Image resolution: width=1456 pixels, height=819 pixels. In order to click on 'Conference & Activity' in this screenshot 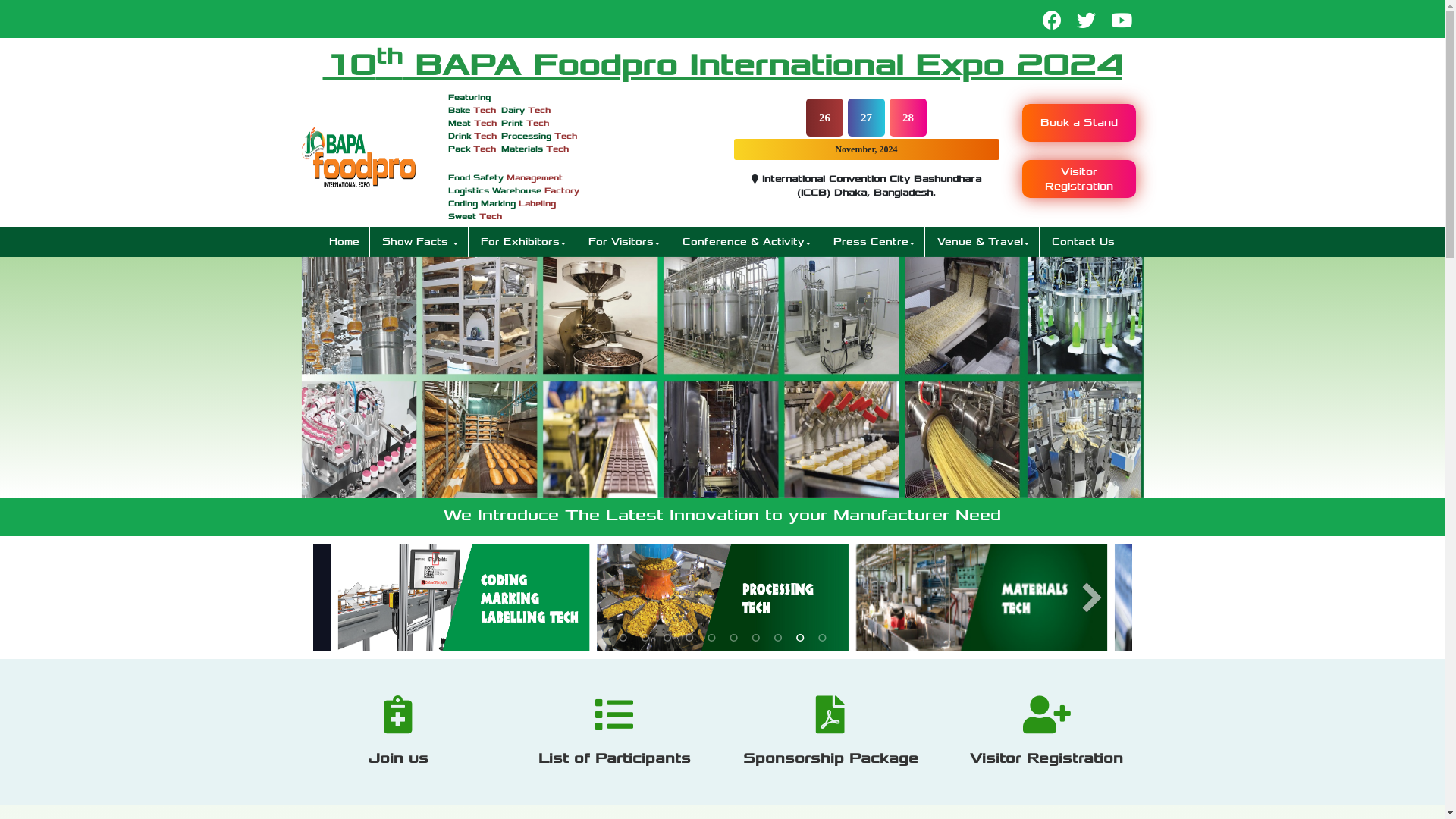, I will do `click(673, 241)`.